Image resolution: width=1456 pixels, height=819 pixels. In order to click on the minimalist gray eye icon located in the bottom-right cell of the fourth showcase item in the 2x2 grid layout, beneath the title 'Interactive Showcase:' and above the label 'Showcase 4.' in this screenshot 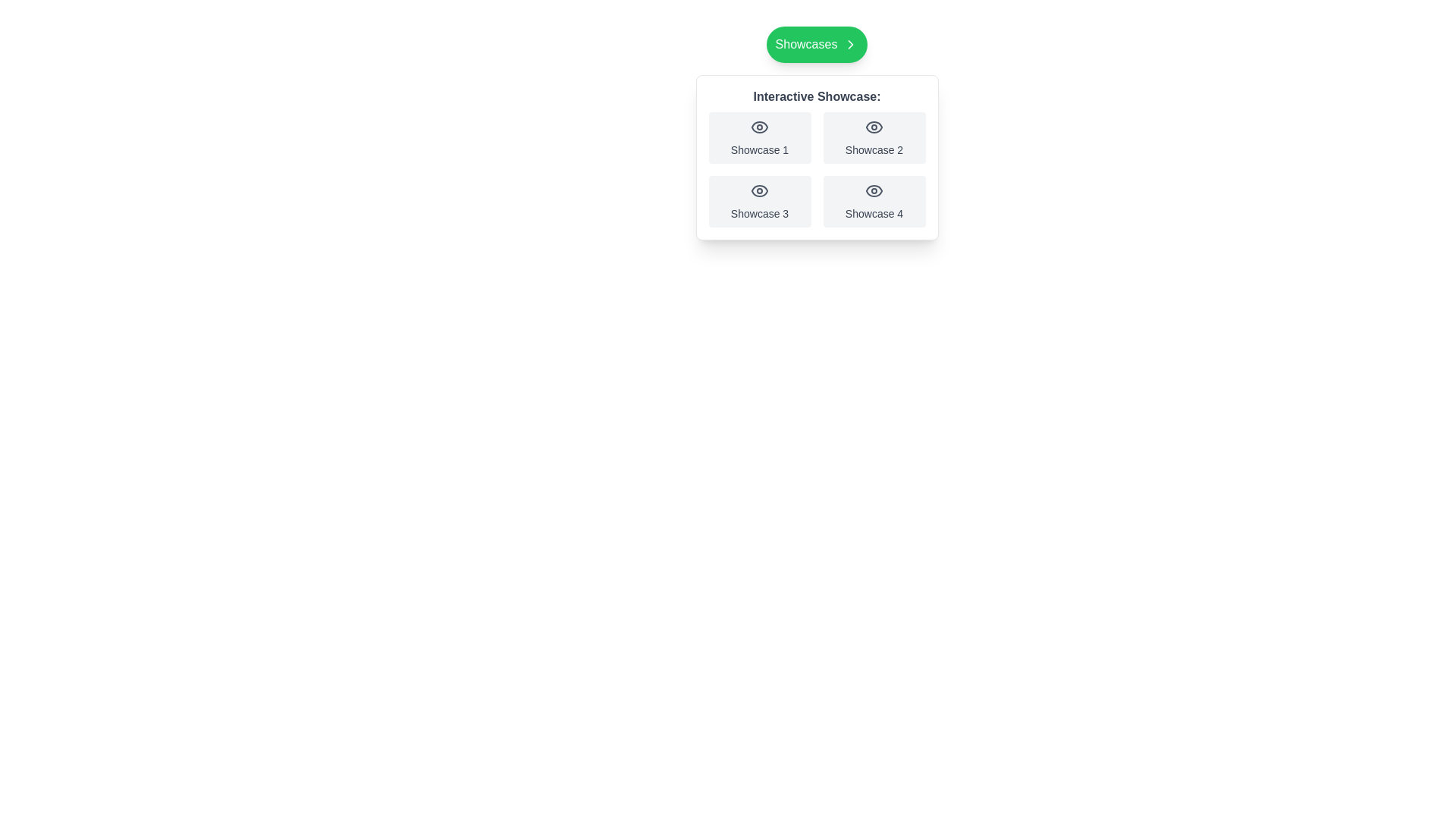, I will do `click(874, 190)`.